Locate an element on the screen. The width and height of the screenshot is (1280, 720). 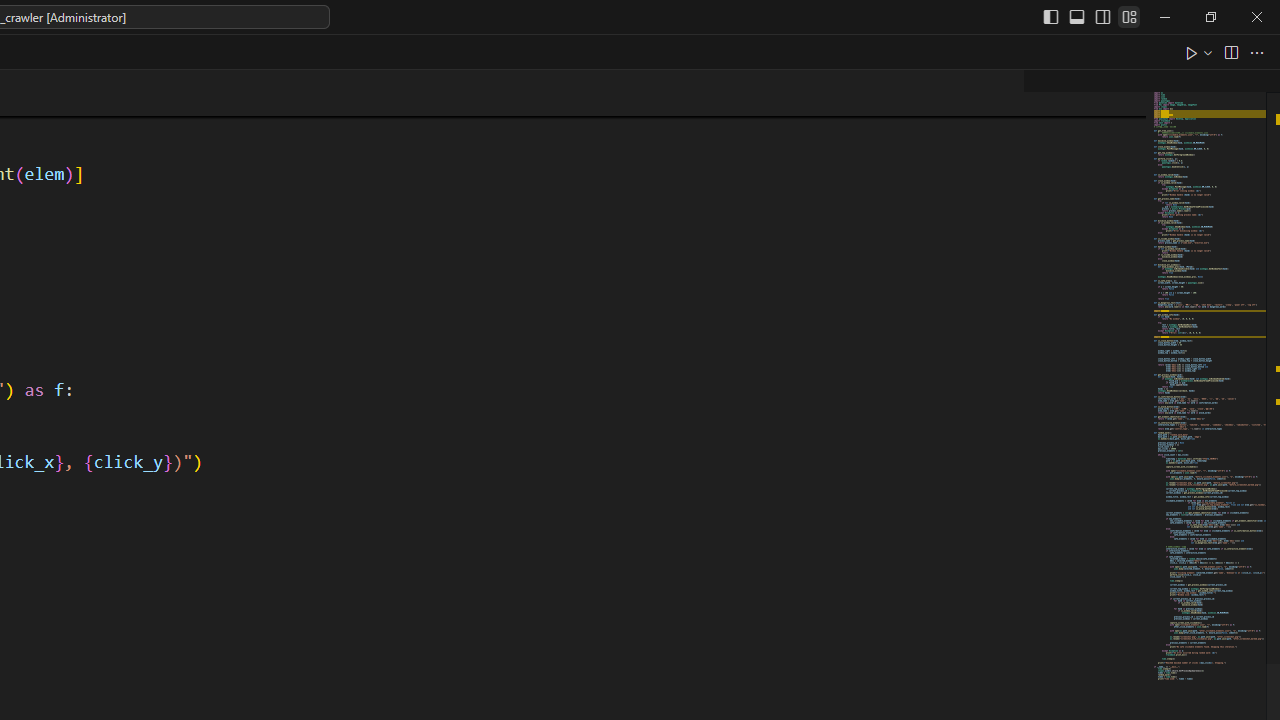
'Split Editor Right (Ctrl+\) [Alt] Split Editor Down' is located at coordinates (1229, 51).